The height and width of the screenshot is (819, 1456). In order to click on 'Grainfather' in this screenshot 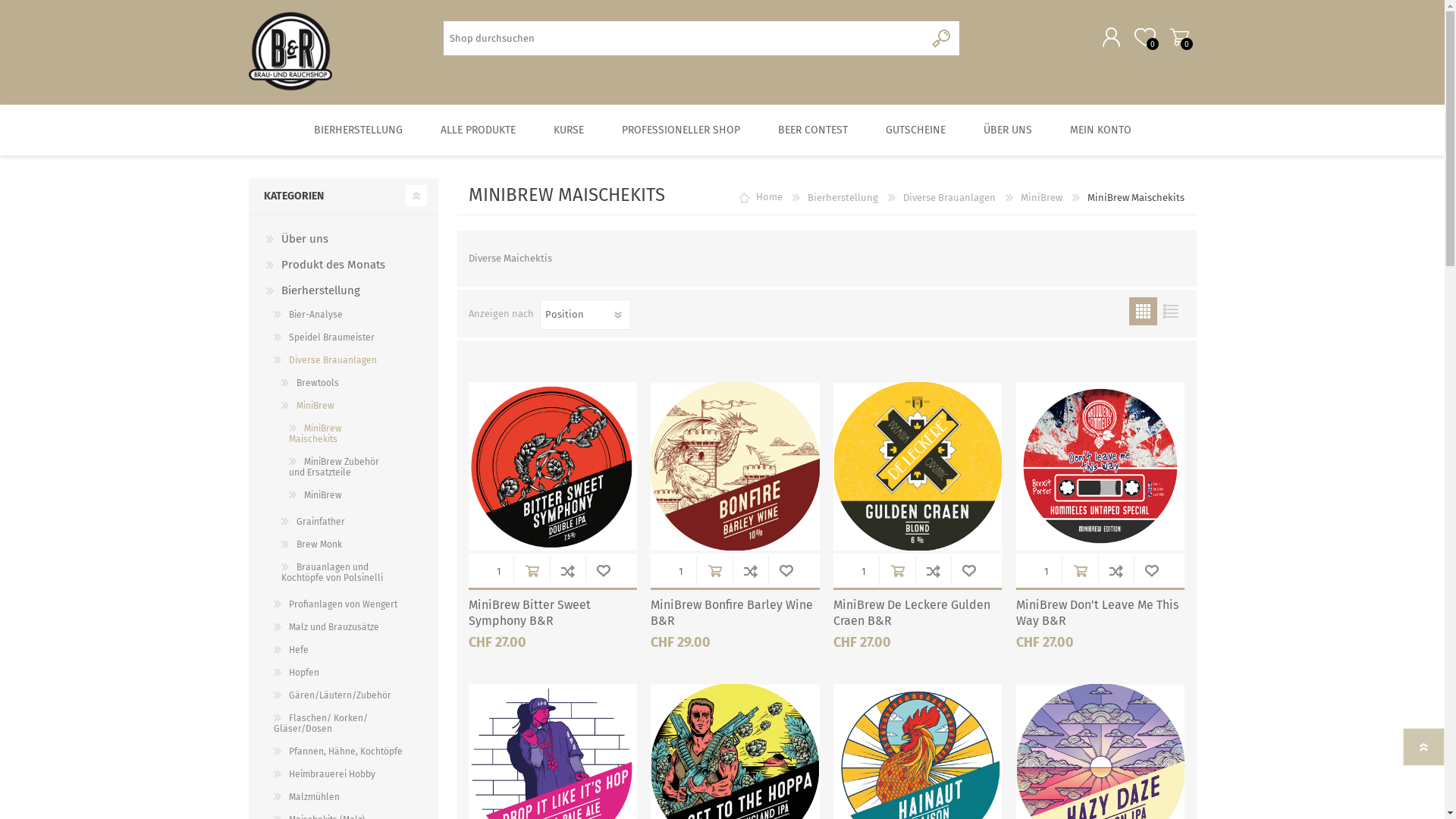, I will do `click(312, 520)`.